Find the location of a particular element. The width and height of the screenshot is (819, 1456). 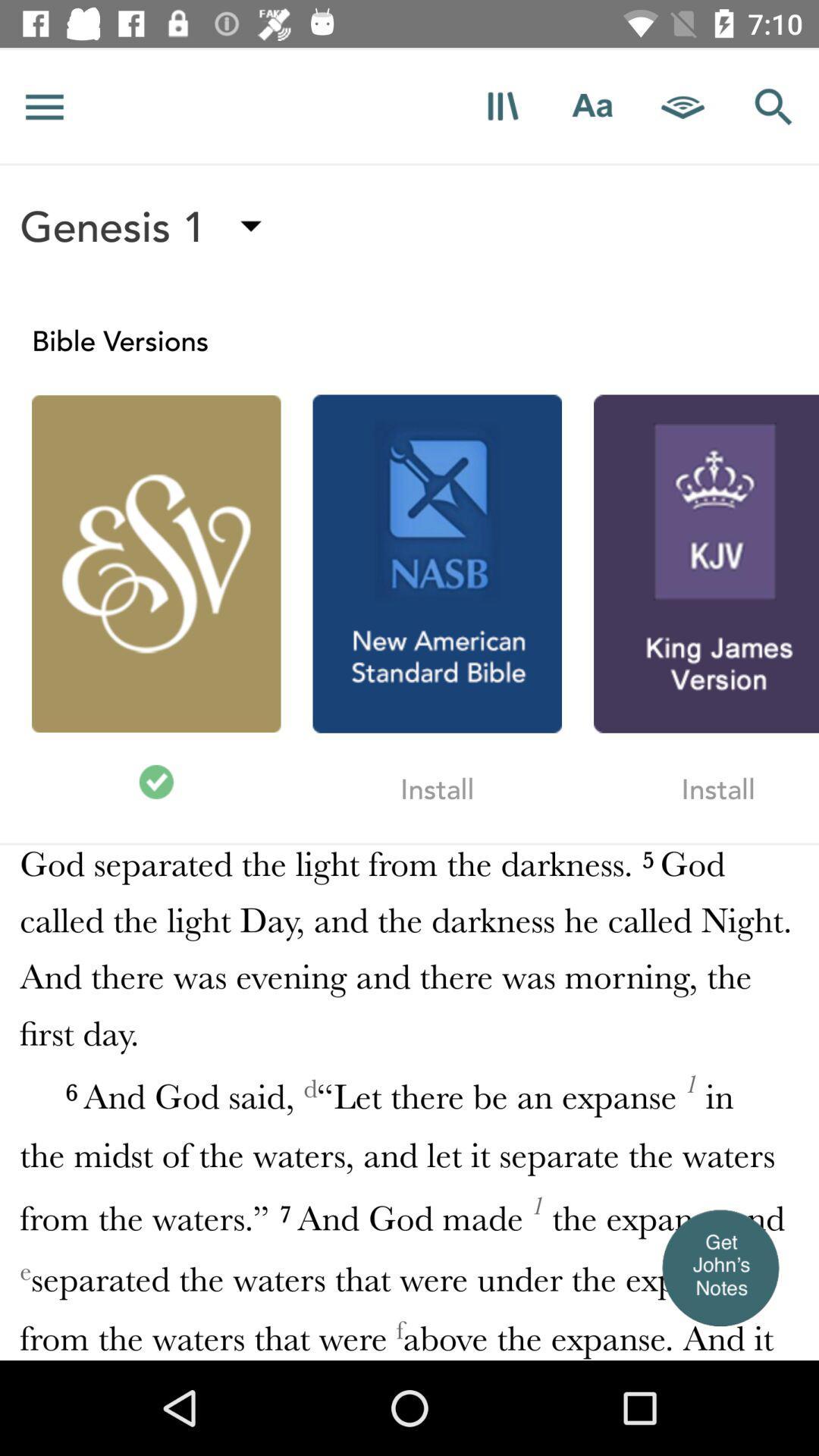

click on icon is located at coordinates (502, 105).